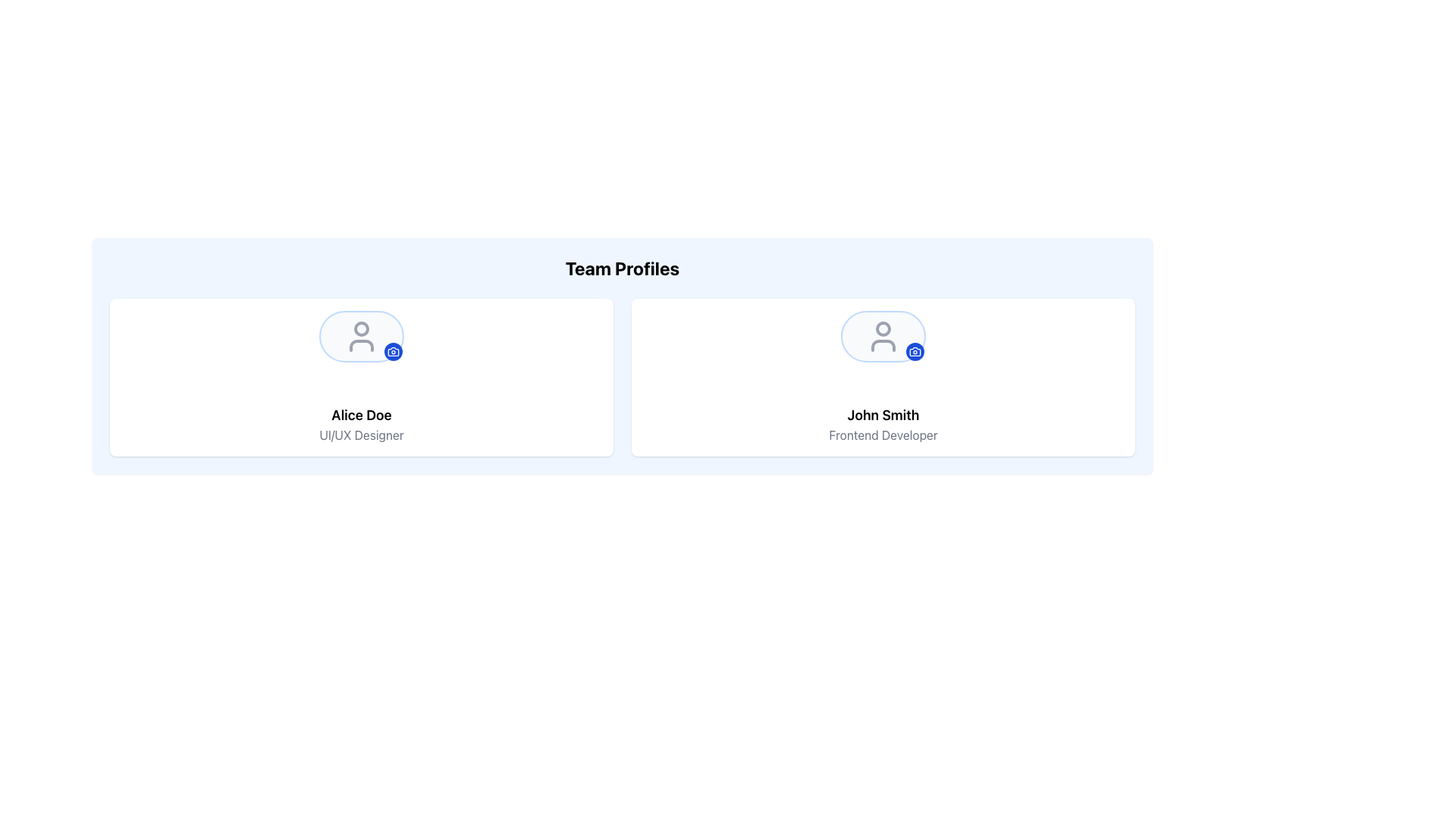 The height and width of the screenshot is (819, 1456). What do you see at coordinates (360, 335) in the screenshot?
I see `the user profile picture icon located at the center of the profile card above the name 'Alice Doe' in the 'Team Profiles' section` at bounding box center [360, 335].